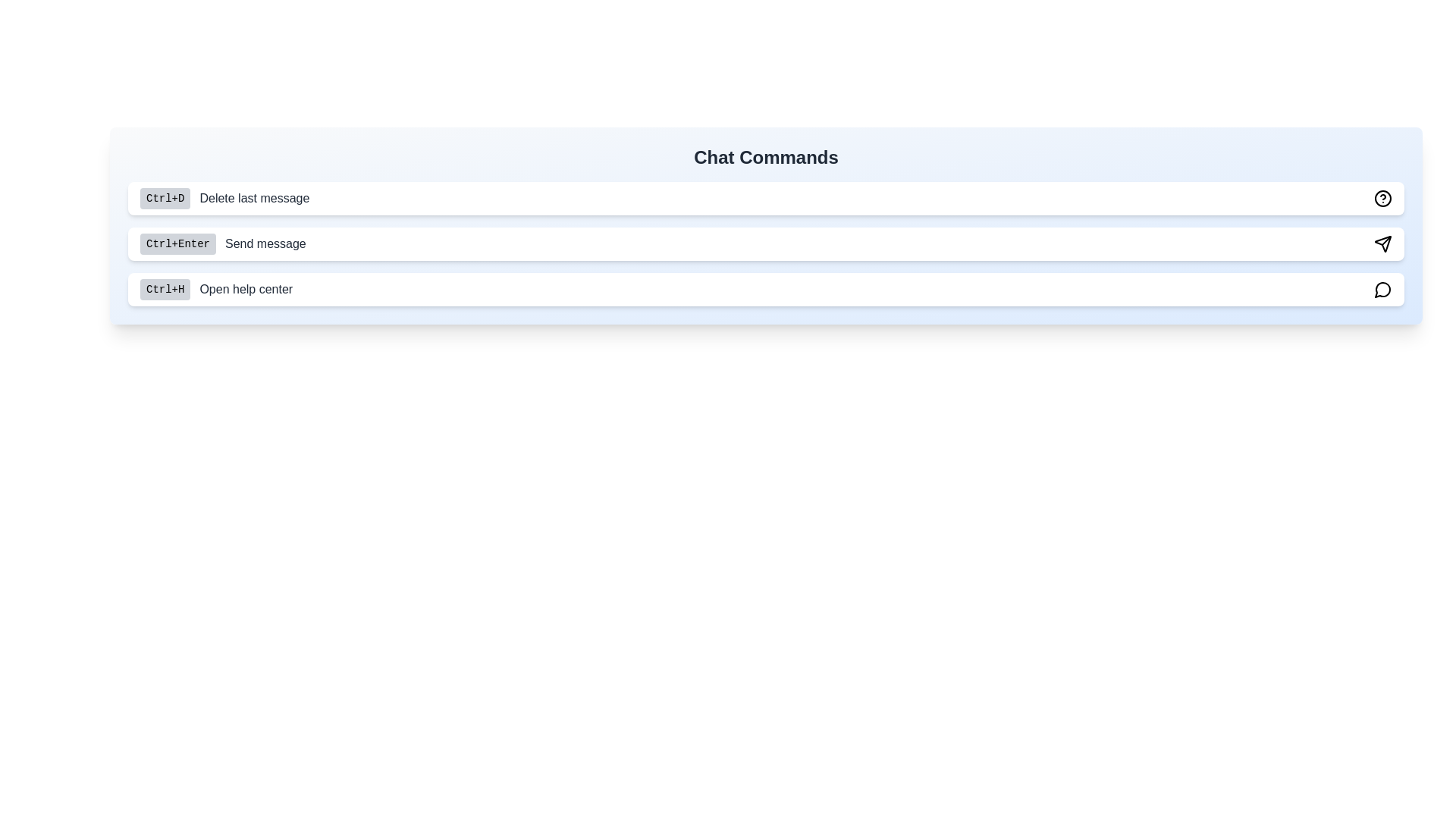 The width and height of the screenshot is (1456, 819). What do you see at coordinates (222, 243) in the screenshot?
I see `the instructional text element that indicates 'Ctrl+Enter' as a keyboard shortcut for sending messages, which is the second item in a list` at bounding box center [222, 243].